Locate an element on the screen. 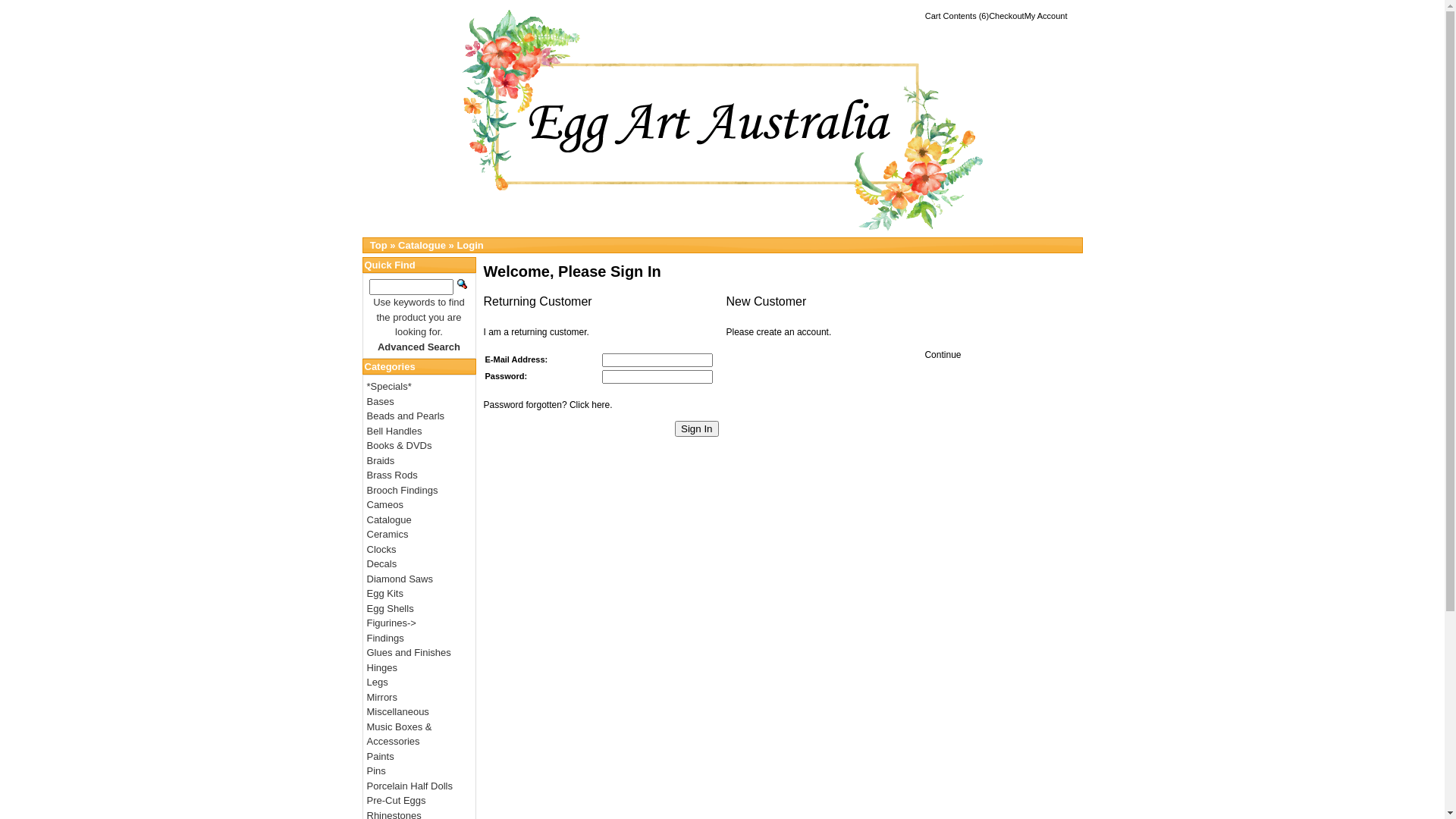 Image resolution: width=1456 pixels, height=819 pixels. 'Catalogue' is located at coordinates (422, 244).